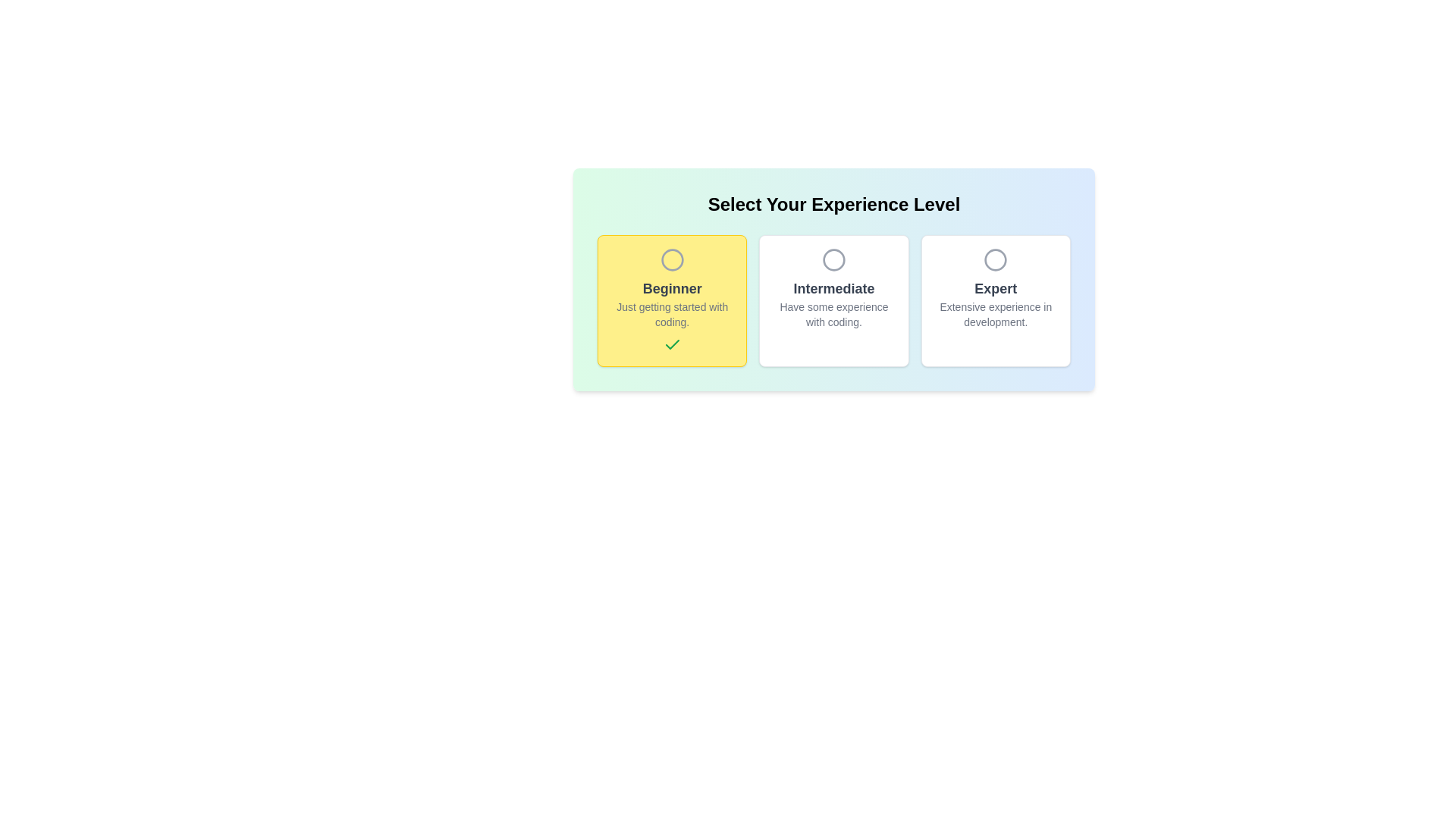 This screenshot has height=819, width=1456. Describe the element at coordinates (833, 314) in the screenshot. I see `text string that says 'Have some experience with coding.' which is styled in a smaller gray font and located below the heading 'Intermediate.'` at that location.